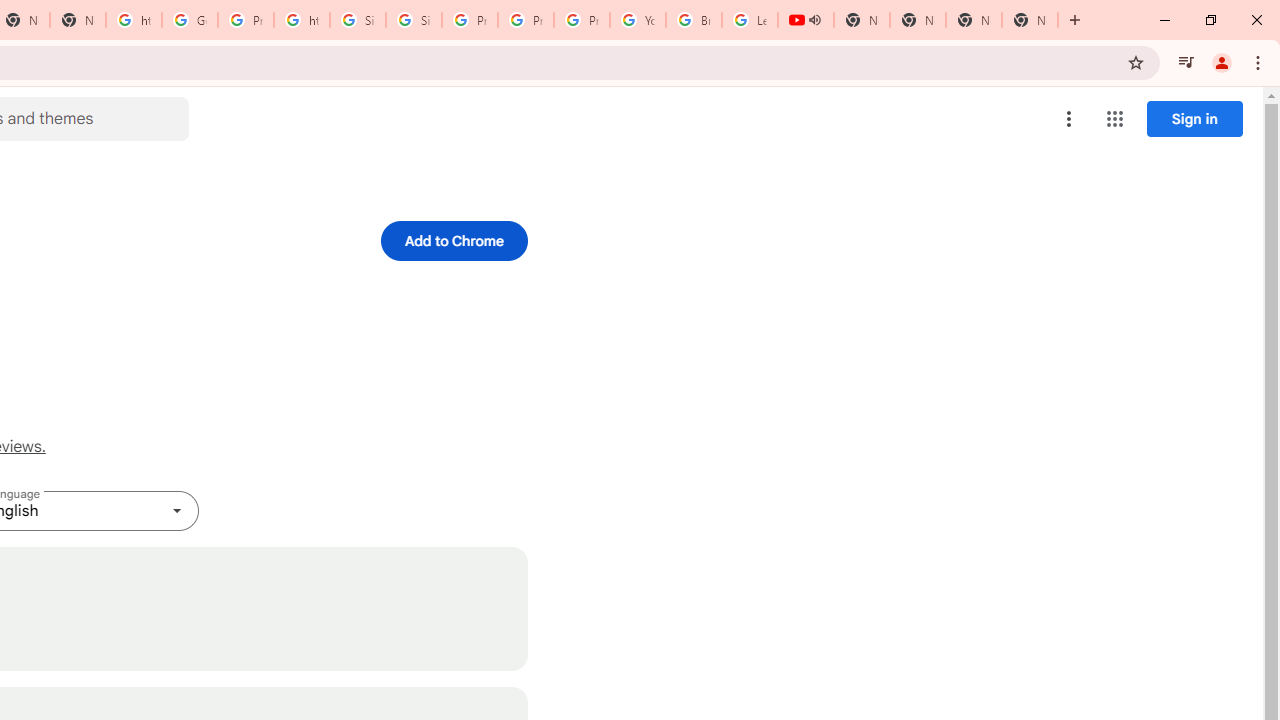 The width and height of the screenshot is (1280, 720). Describe the element at coordinates (1030, 20) in the screenshot. I see `'New Tab'` at that location.